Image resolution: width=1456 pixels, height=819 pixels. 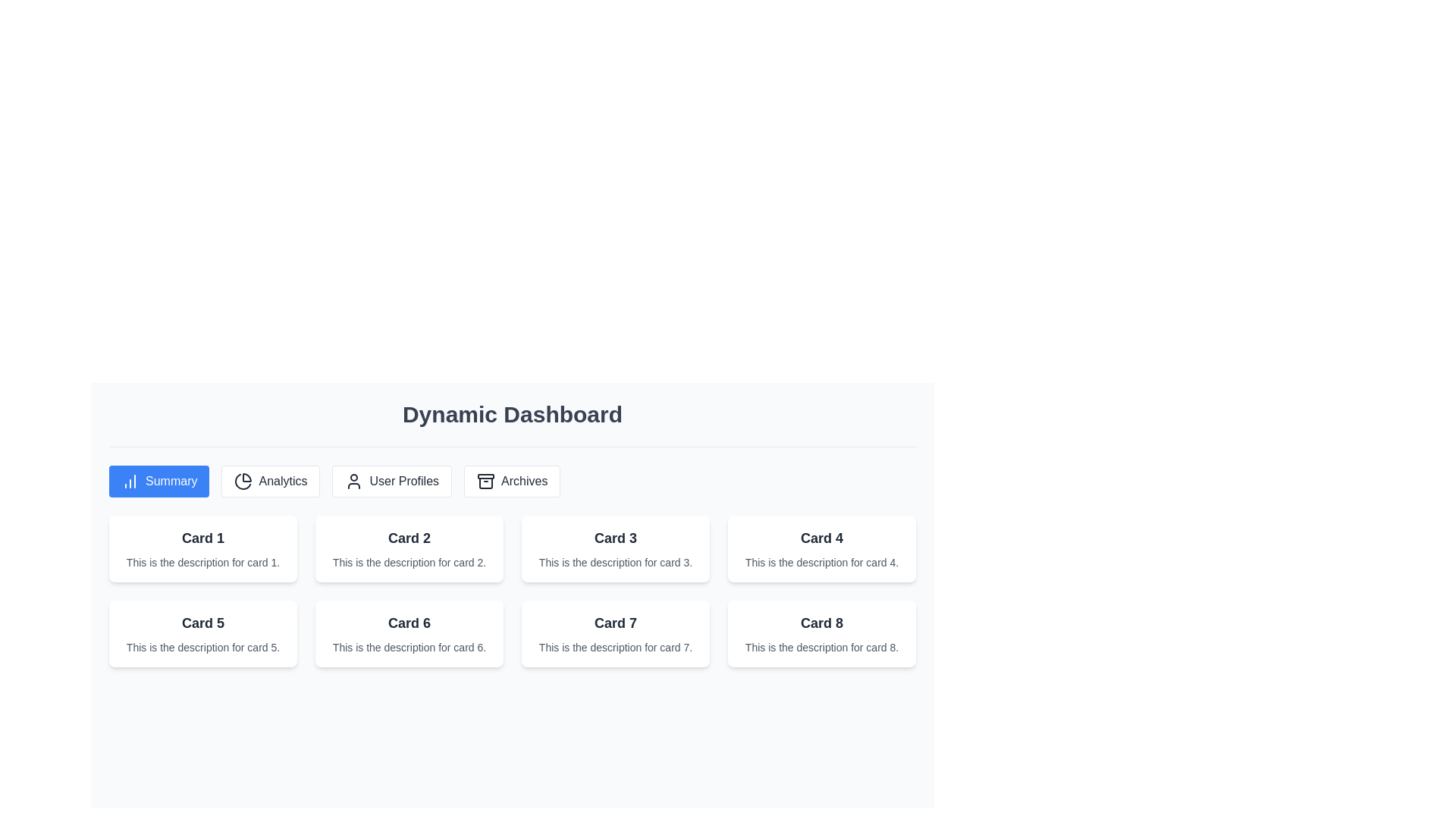 I want to click on the circular pie chart icon located on the top bar of the interface, next to the text 'Analytics.', so click(x=243, y=482).